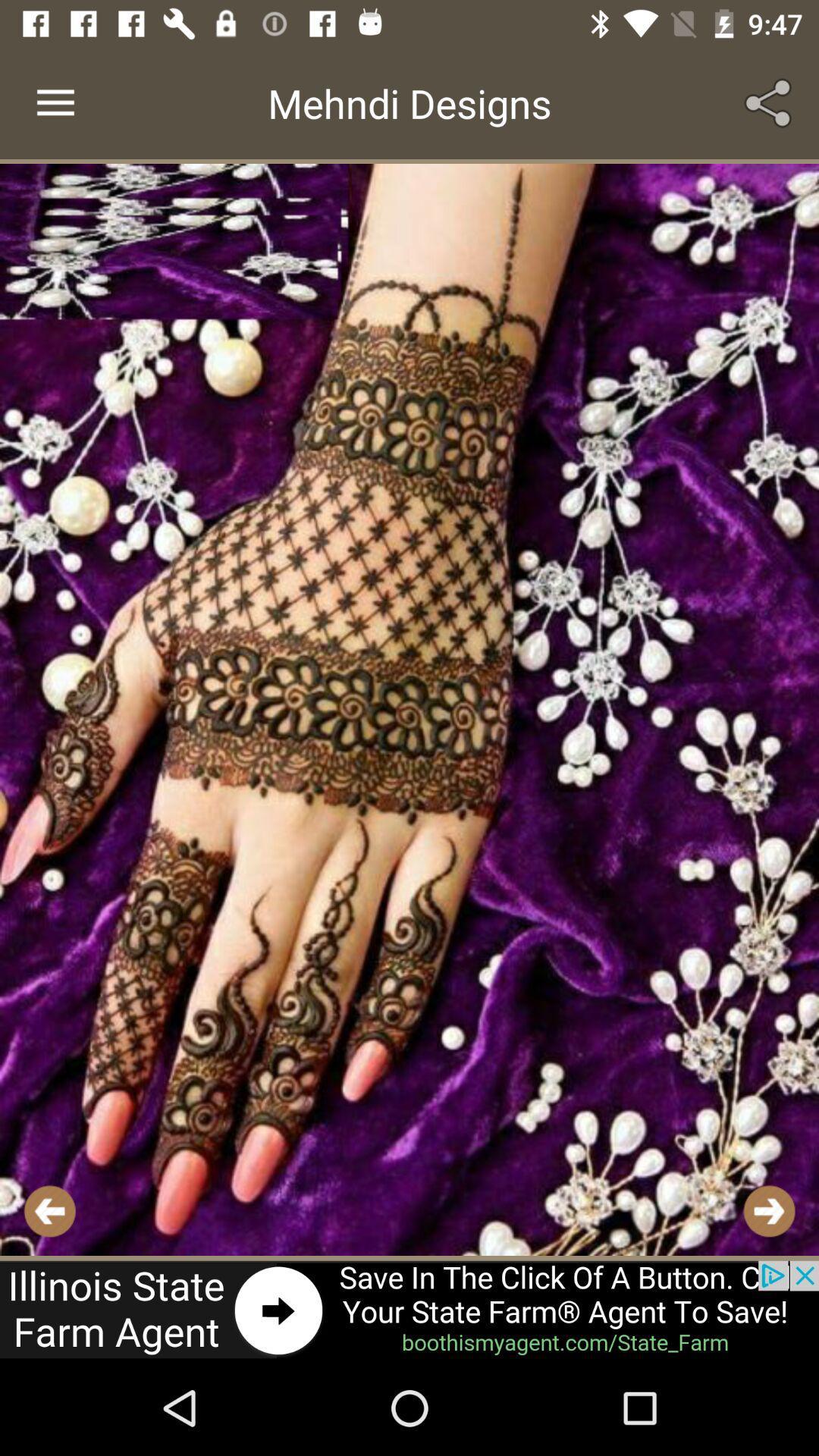 The image size is (819, 1456). I want to click on next button, so click(769, 1210).